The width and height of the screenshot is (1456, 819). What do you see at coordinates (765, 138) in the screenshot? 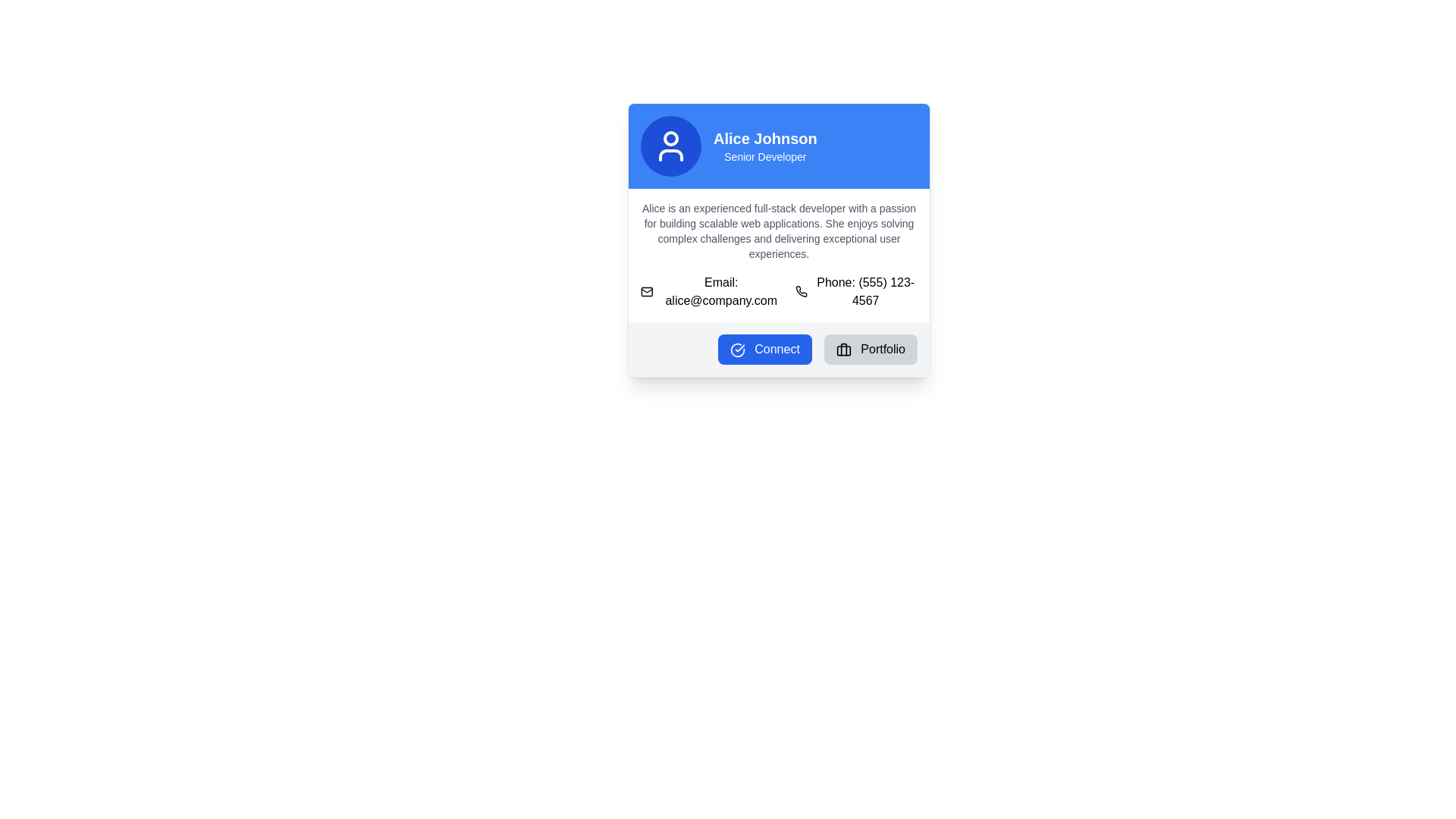
I see `label displaying the name 'Alice Johnson' located in the top section of the card interface, below the user profile icon and above the text 'Senior Developer'` at bounding box center [765, 138].